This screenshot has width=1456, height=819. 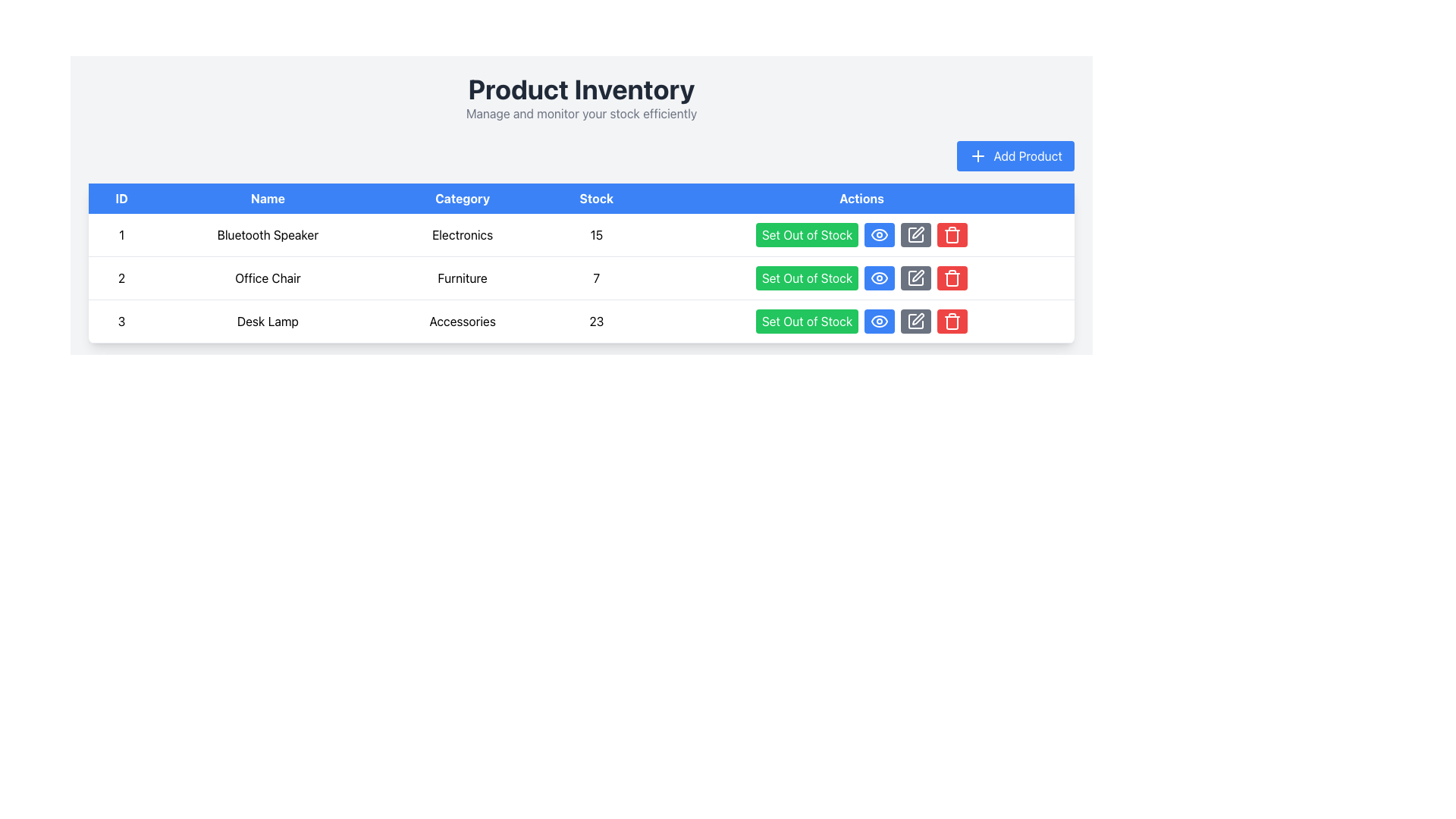 What do you see at coordinates (952, 234) in the screenshot?
I see `the delete button located in the action column of the data table, aligned with the 'Desk Lamp' item` at bounding box center [952, 234].